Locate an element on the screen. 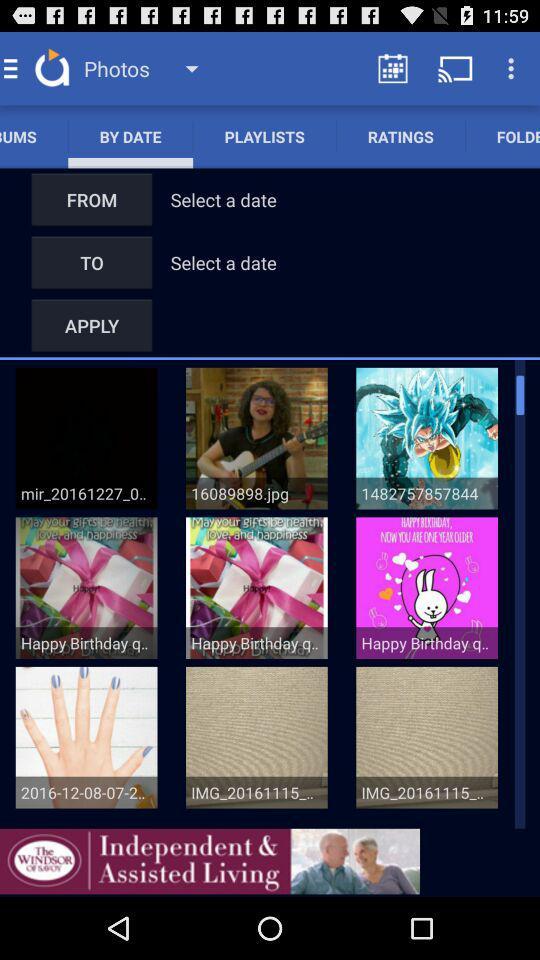 This screenshot has height=960, width=540. advertisement image is located at coordinates (209, 860).